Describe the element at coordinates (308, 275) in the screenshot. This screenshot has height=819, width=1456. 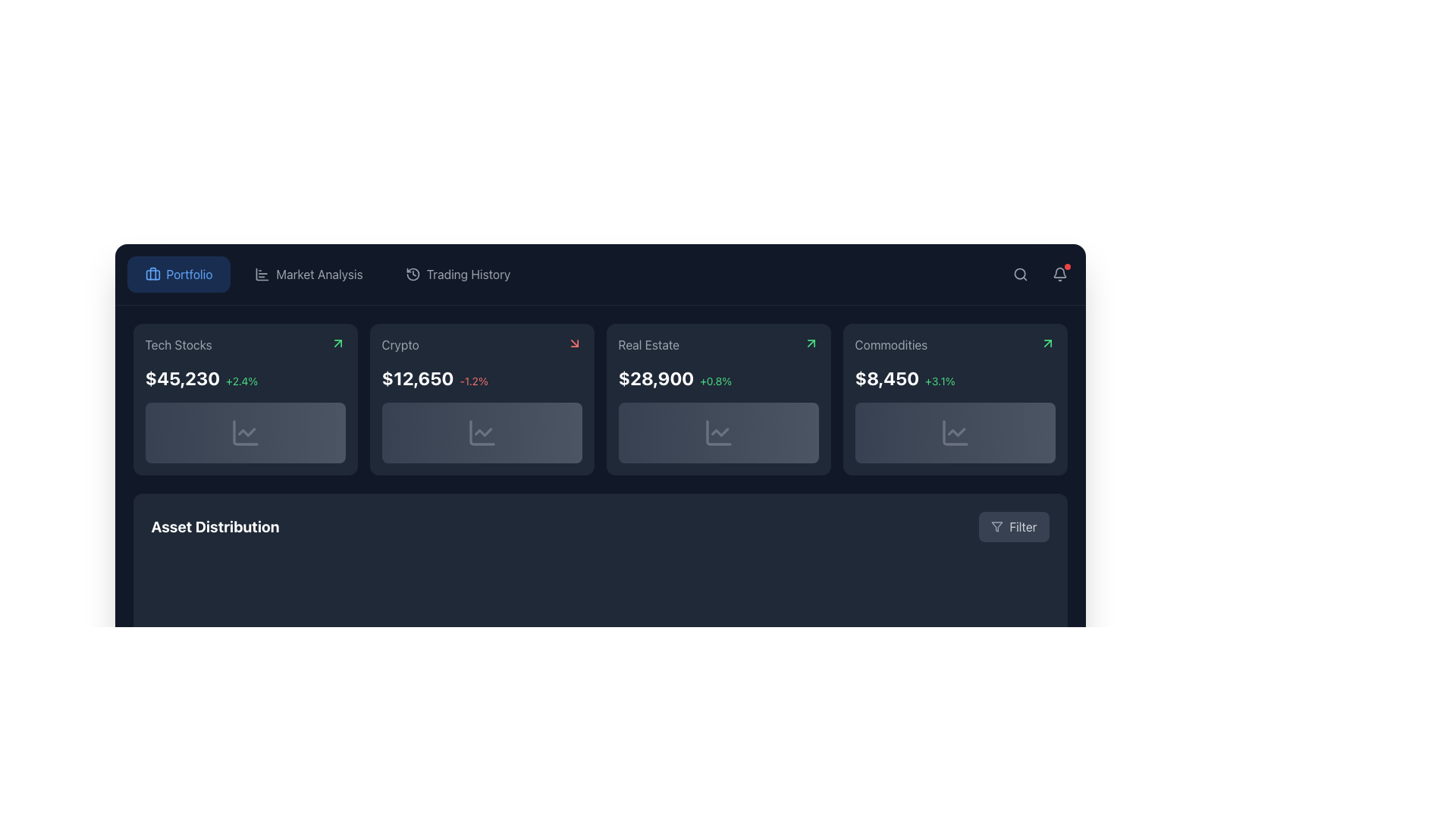
I see `the 'Market Analysis' button located` at that location.